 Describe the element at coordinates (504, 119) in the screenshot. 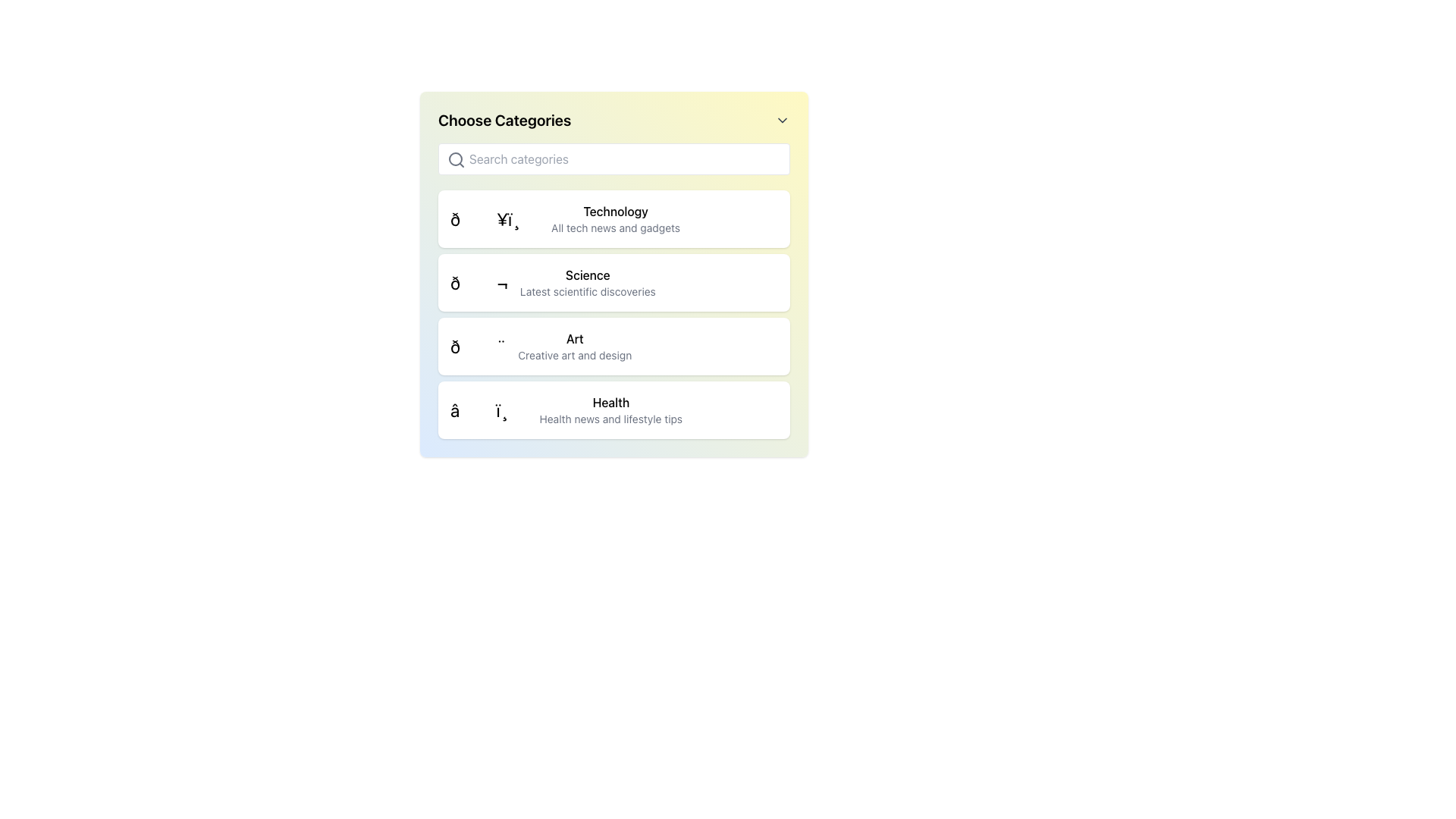

I see `the 'Choose Categories' text label which is prominently displayed in a bold and large font at the top-left corner of the interface` at that location.